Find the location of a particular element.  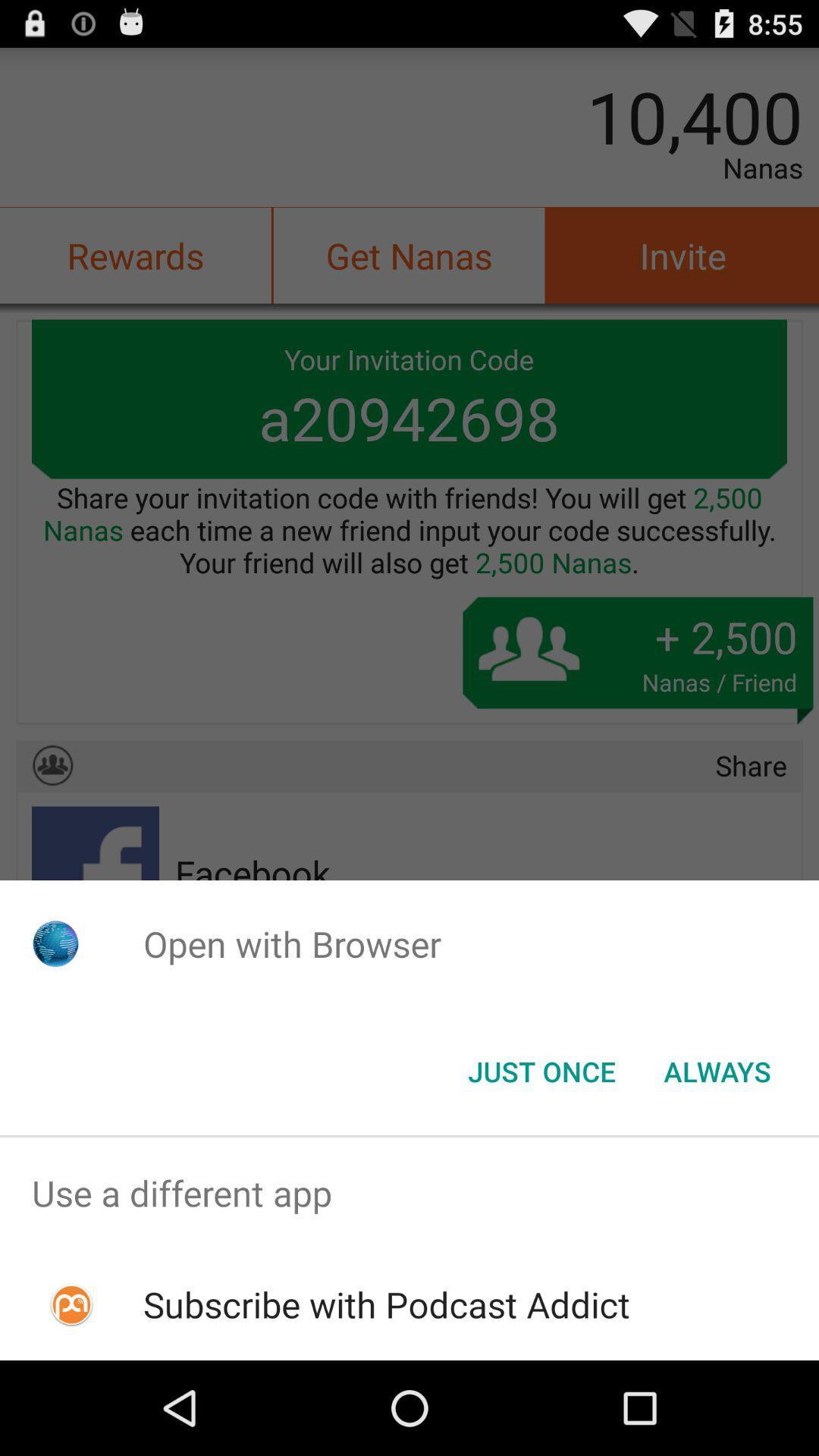

the icon below use a different app is located at coordinates (385, 1304).